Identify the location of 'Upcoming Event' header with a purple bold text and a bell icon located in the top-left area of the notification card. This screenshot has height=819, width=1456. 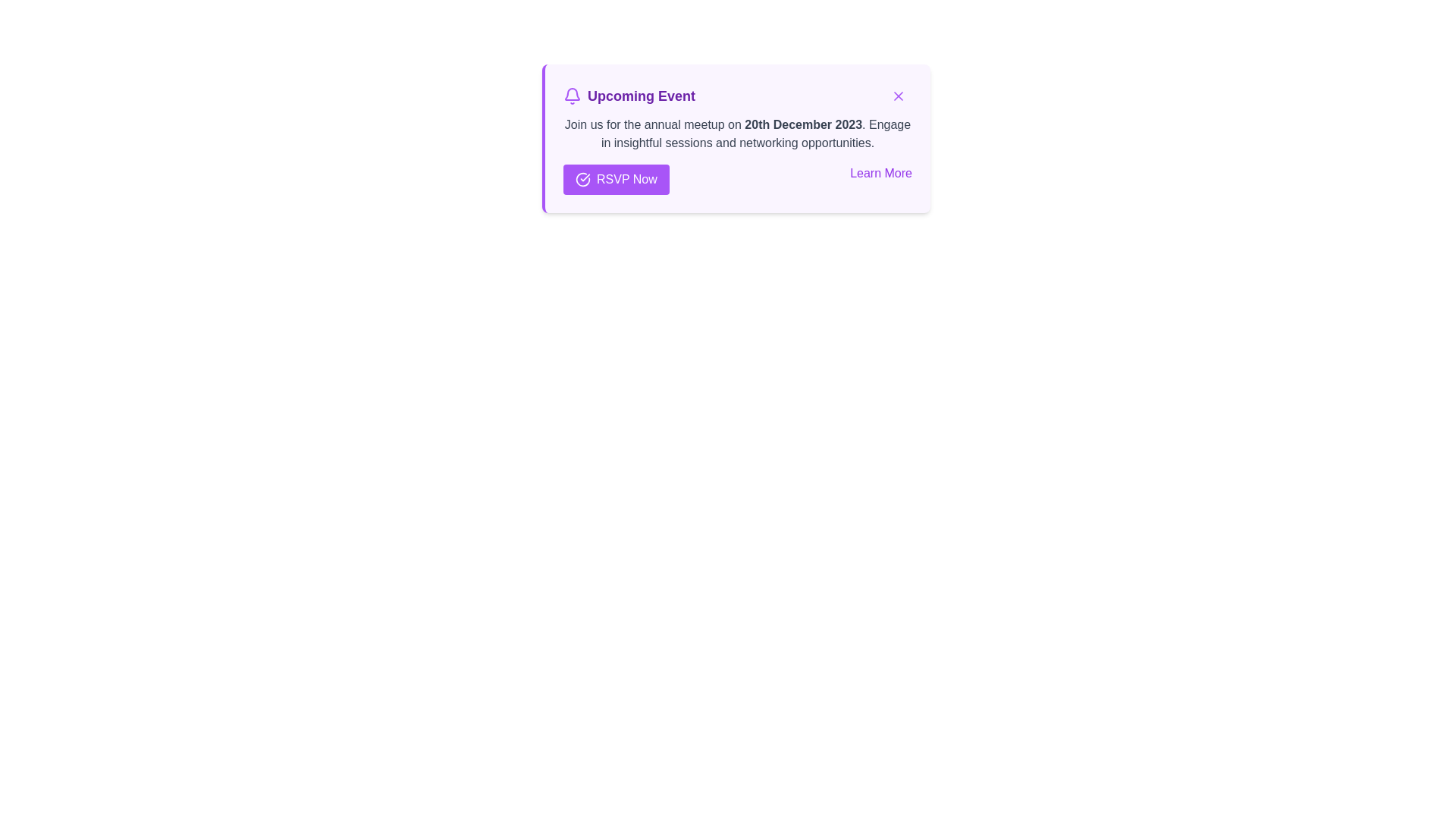
(629, 96).